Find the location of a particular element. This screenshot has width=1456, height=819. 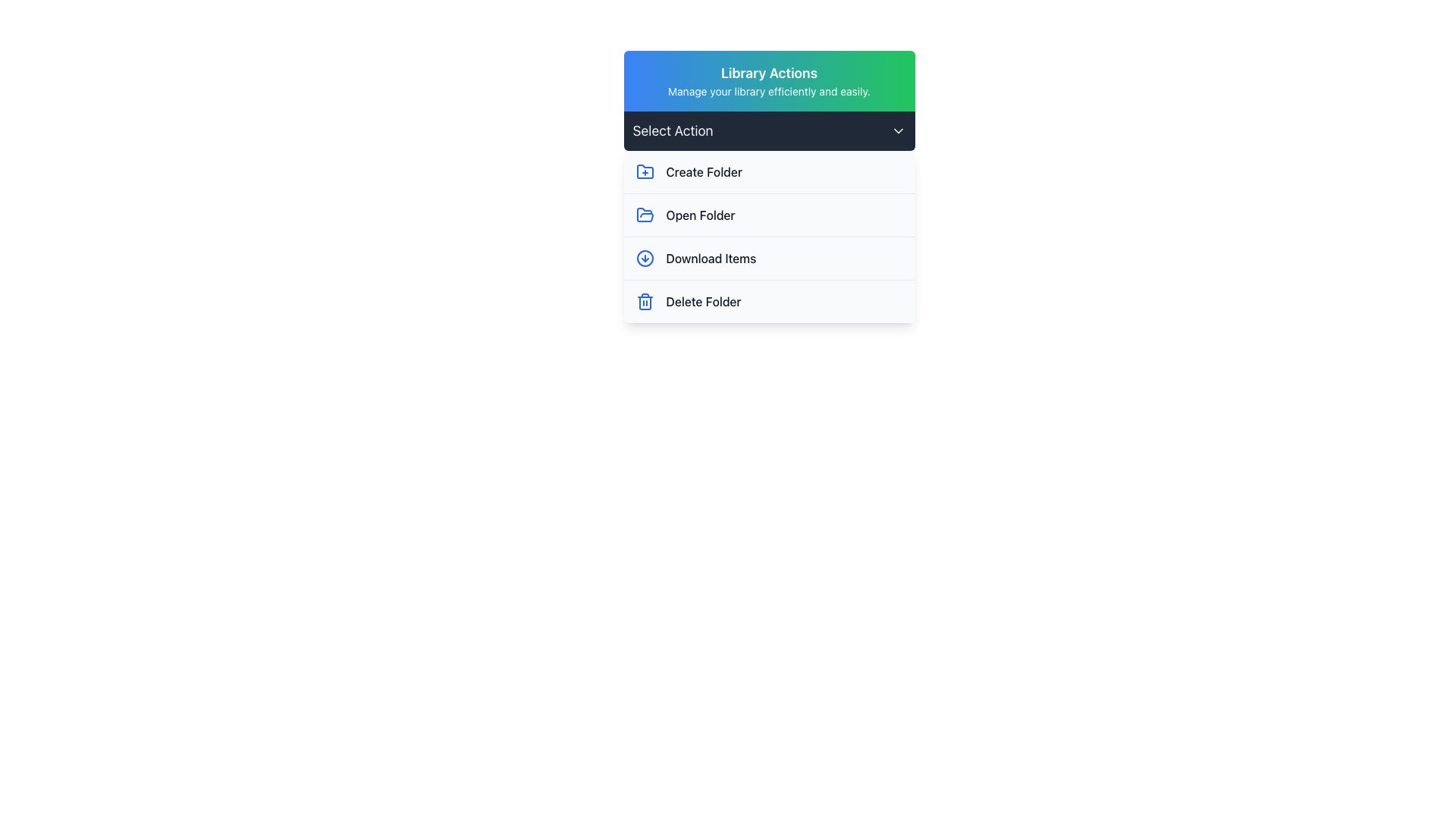

to select the 'Open Folder' option, which is a text label in a vertical list under 'Library Actions', situated below 'Create Folder' and above 'Download Items' is located at coordinates (700, 215).